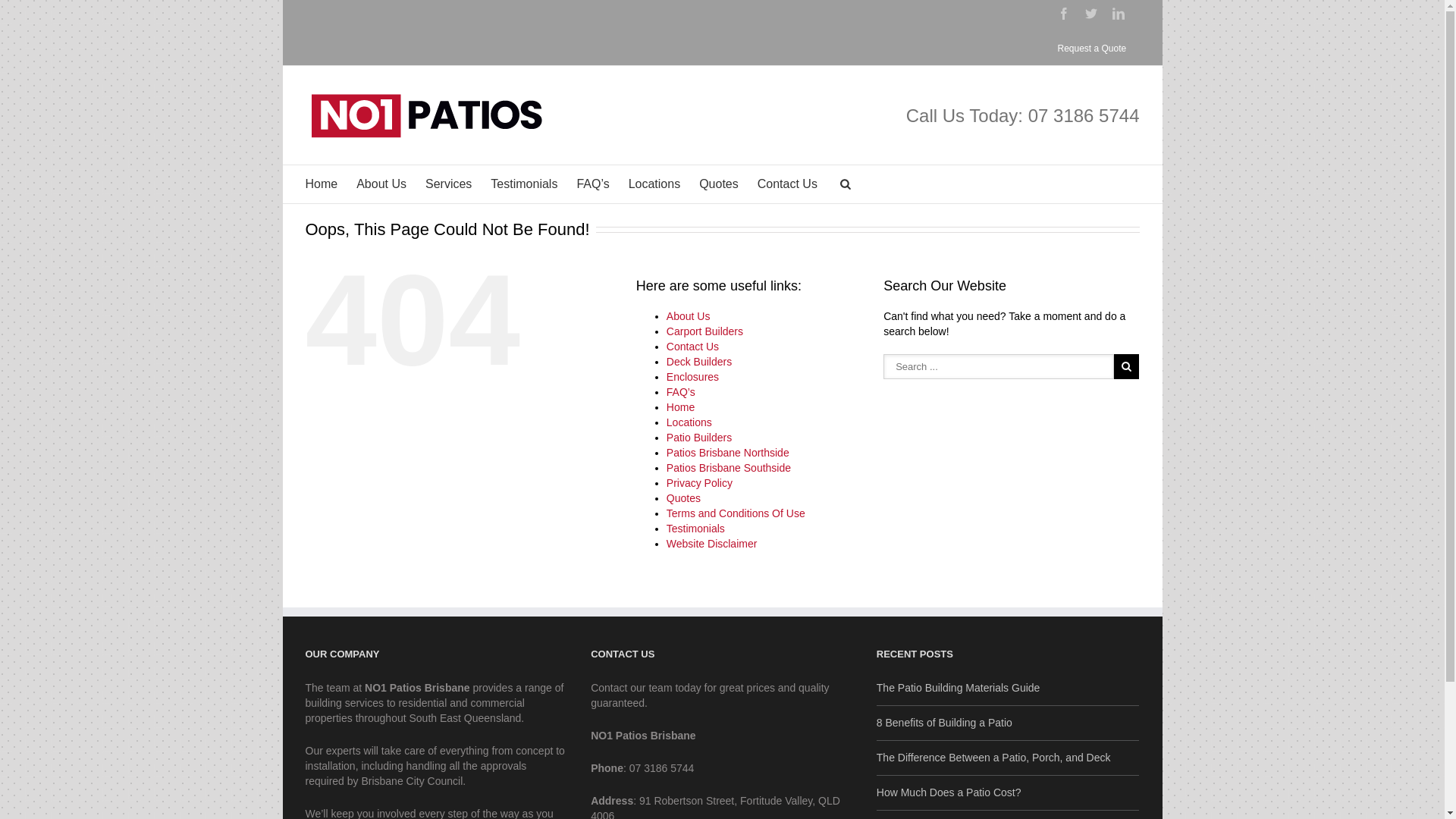 This screenshot has height=819, width=1456. What do you see at coordinates (381, 184) in the screenshot?
I see `'About Us'` at bounding box center [381, 184].